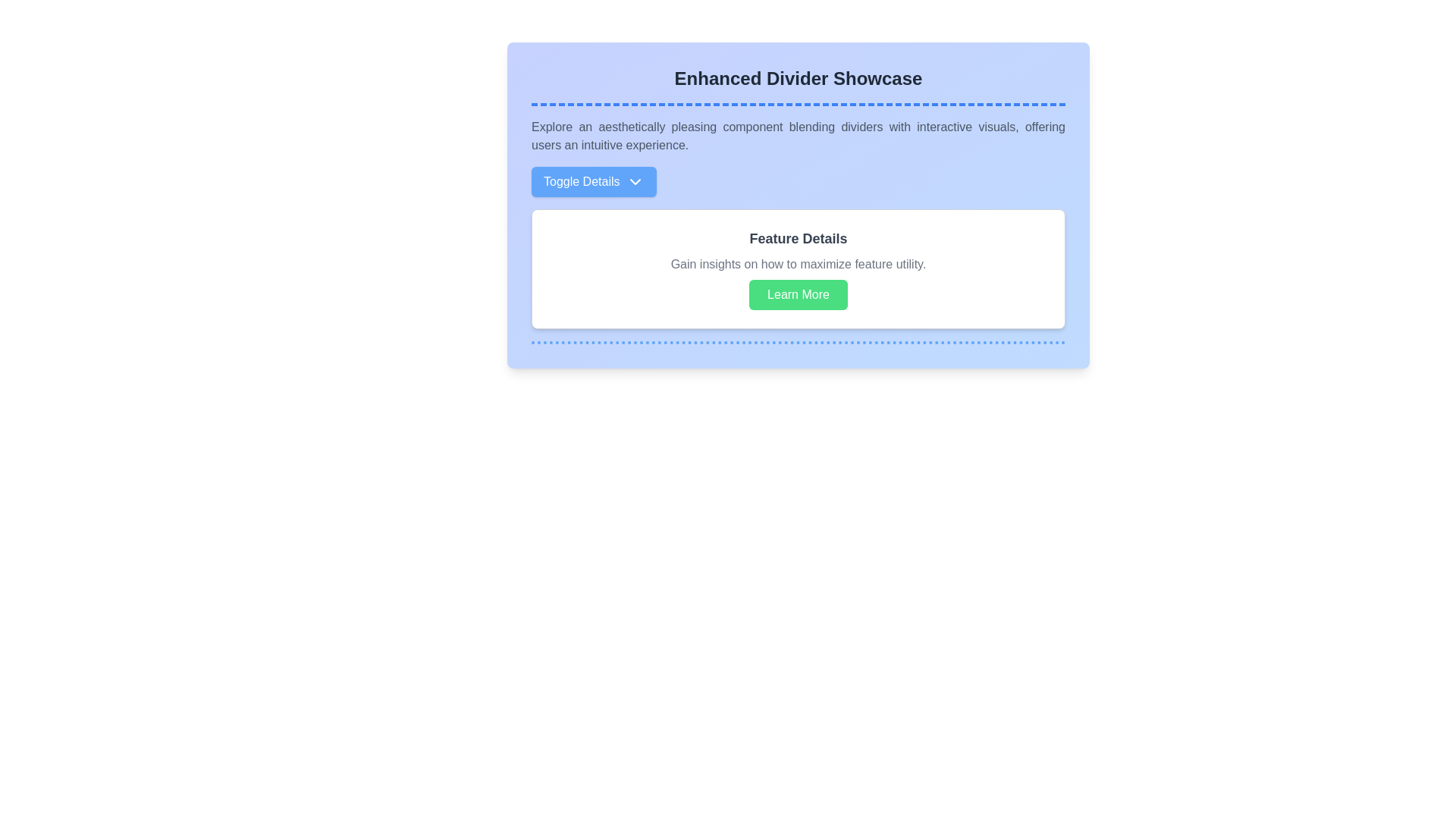 The height and width of the screenshot is (819, 1456). What do you see at coordinates (797, 247) in the screenshot?
I see `the Informational section titled 'Feature Details', which contains the descriptive text 'Gain insights on how to maximize feature utility.' and features a green 'Learn More' button` at bounding box center [797, 247].